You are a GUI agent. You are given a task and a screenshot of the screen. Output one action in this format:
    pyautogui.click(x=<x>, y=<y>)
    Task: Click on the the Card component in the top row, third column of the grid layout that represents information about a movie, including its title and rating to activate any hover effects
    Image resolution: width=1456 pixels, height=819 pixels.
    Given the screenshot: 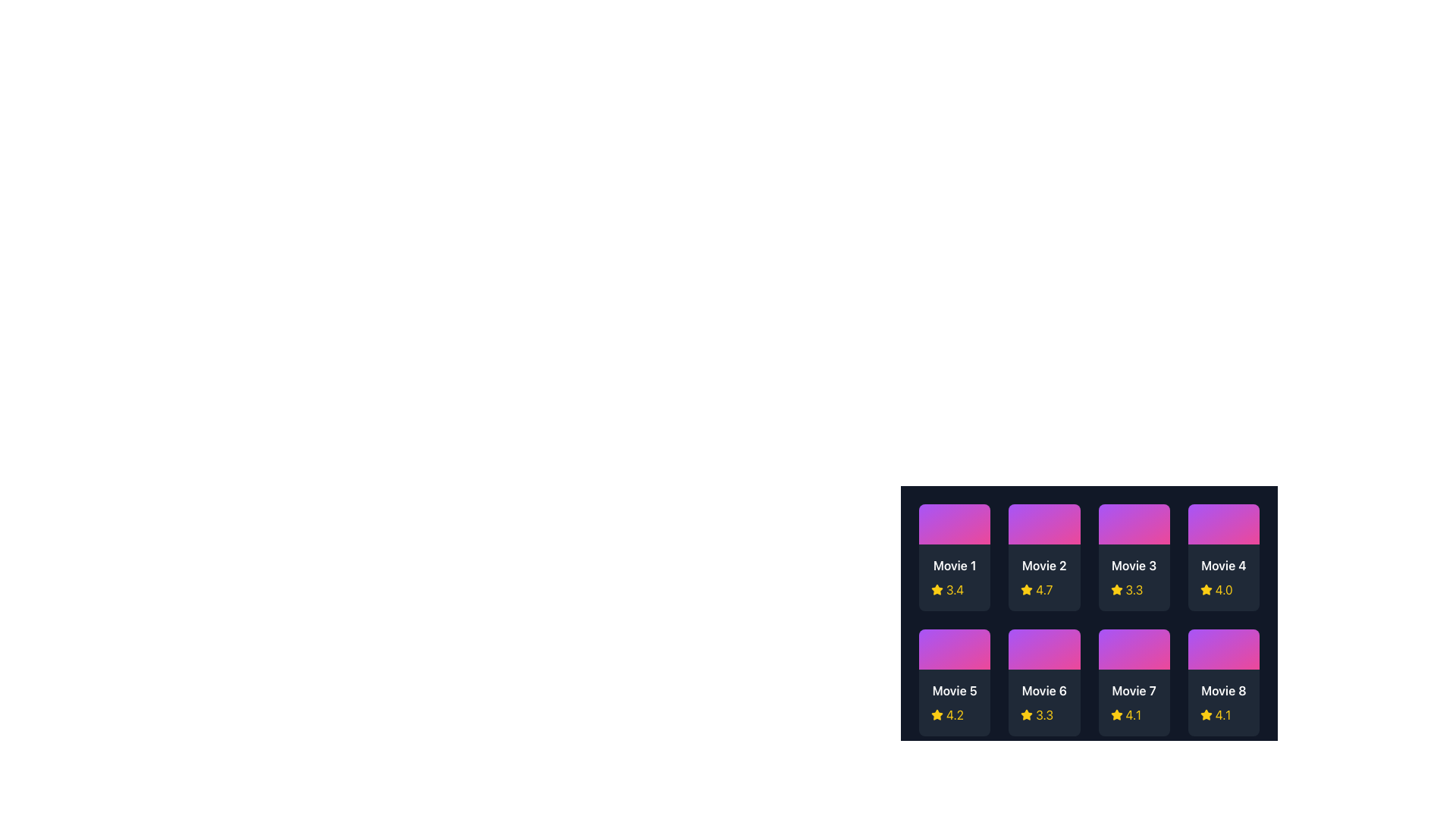 What is the action you would take?
    pyautogui.click(x=1134, y=578)
    